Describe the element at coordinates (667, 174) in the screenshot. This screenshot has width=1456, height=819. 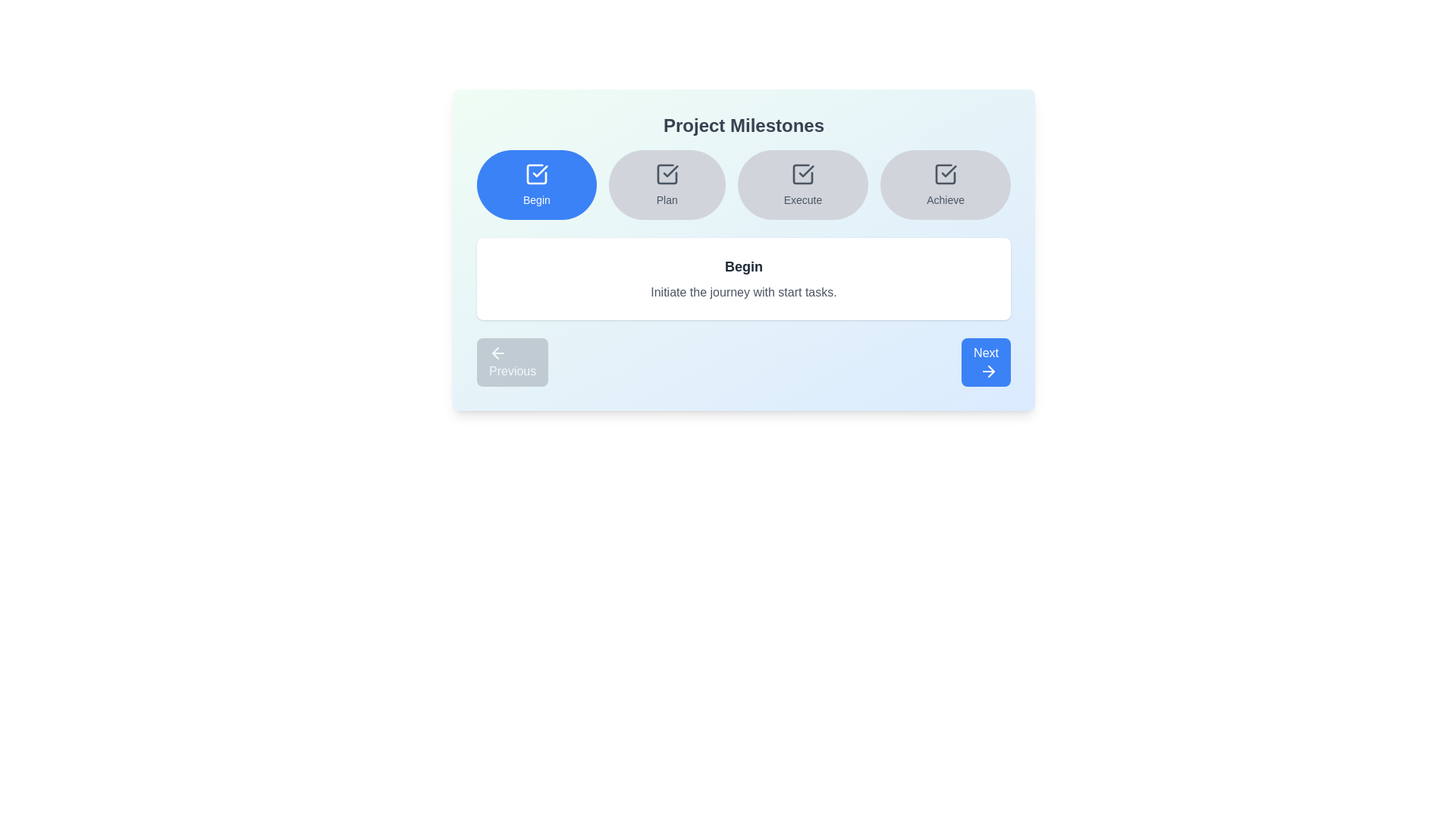
I see `the curved corner square outline of the 'Plan' milestone button in the milestone progression UI` at that location.